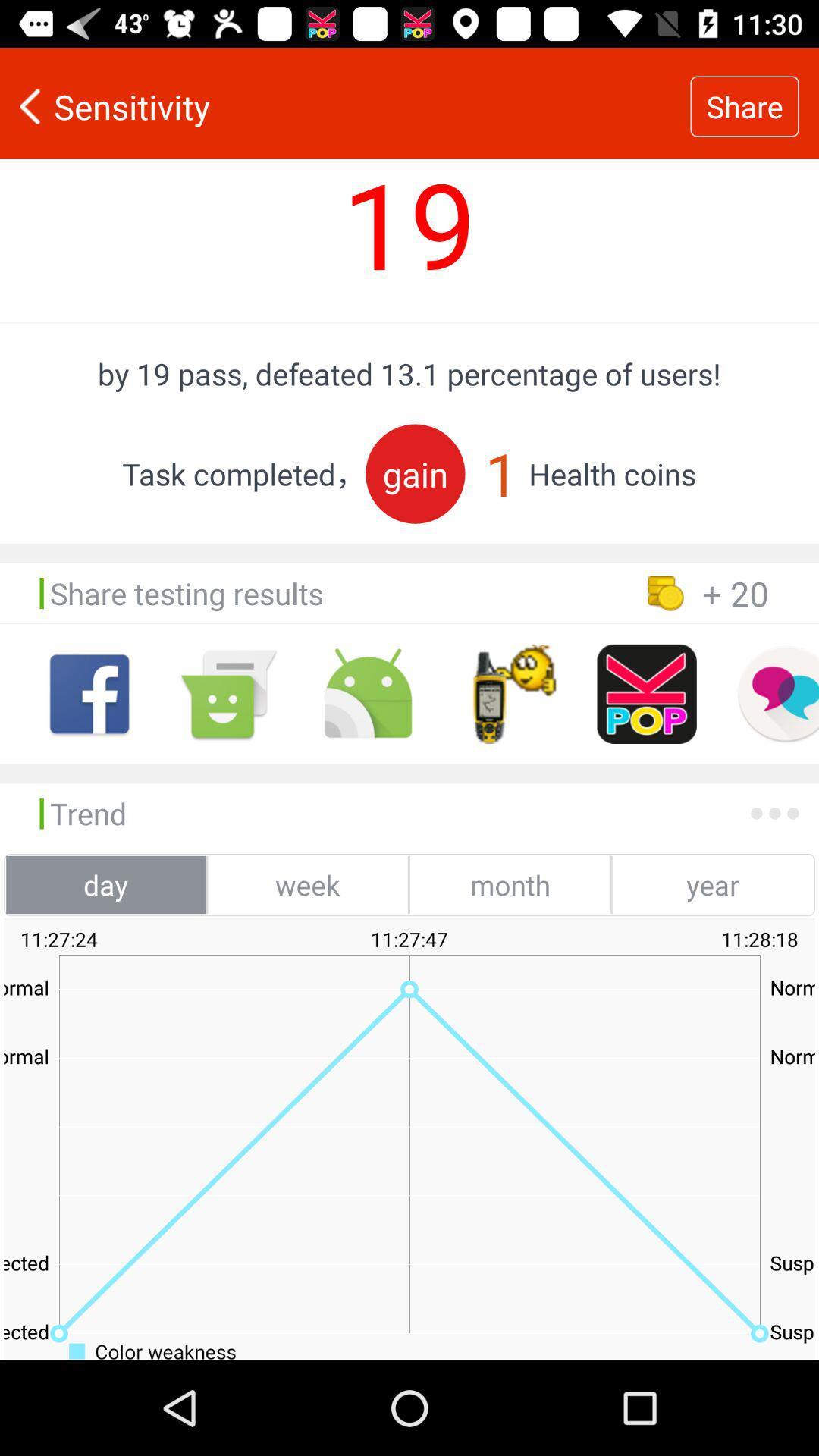 This screenshot has height=1456, width=819. Describe the element at coordinates (415, 473) in the screenshot. I see `the item below by 19 pass item` at that location.